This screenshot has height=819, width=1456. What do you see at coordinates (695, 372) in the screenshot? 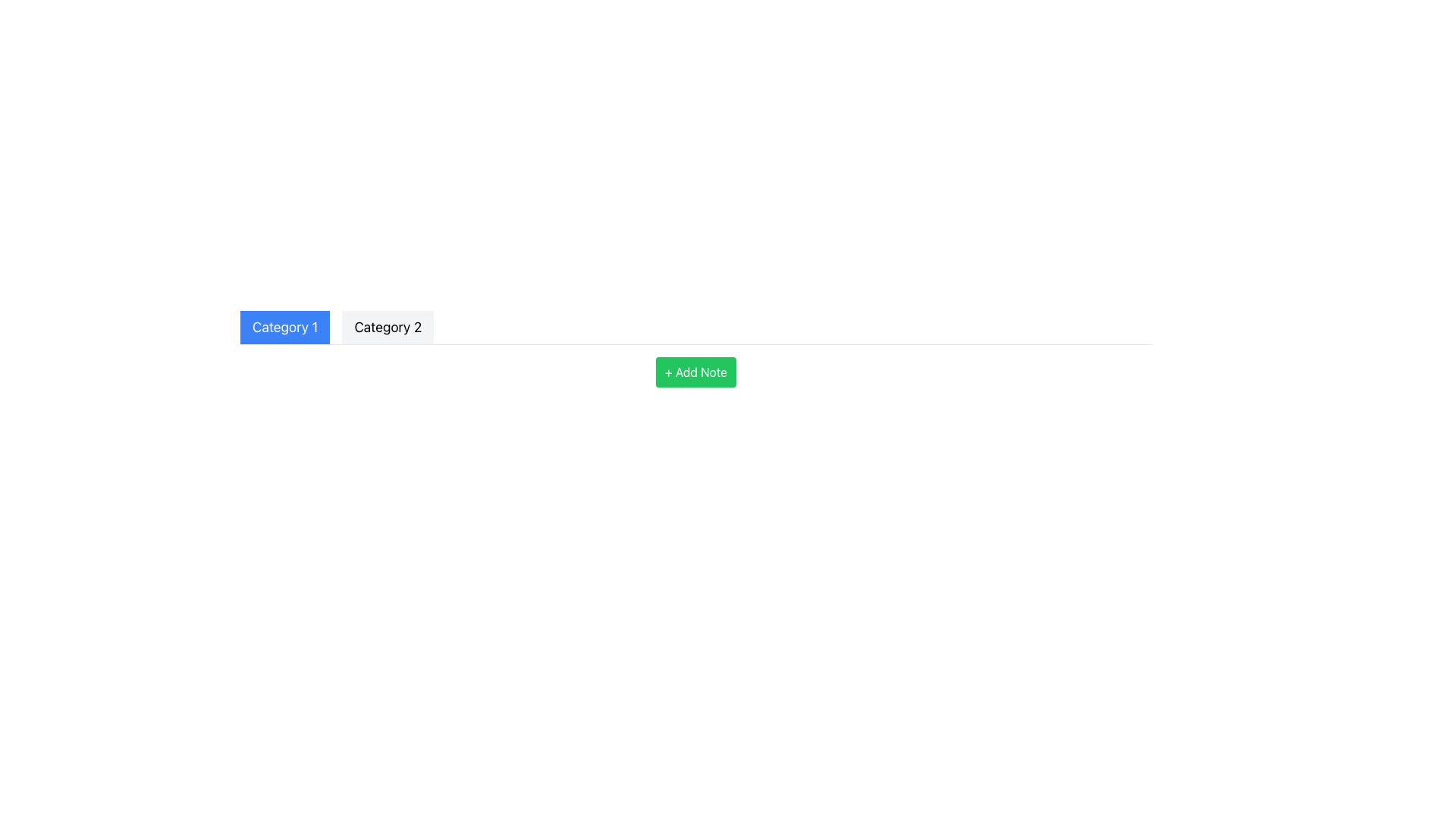
I see `the button that adds a new note to observe a style change` at bounding box center [695, 372].